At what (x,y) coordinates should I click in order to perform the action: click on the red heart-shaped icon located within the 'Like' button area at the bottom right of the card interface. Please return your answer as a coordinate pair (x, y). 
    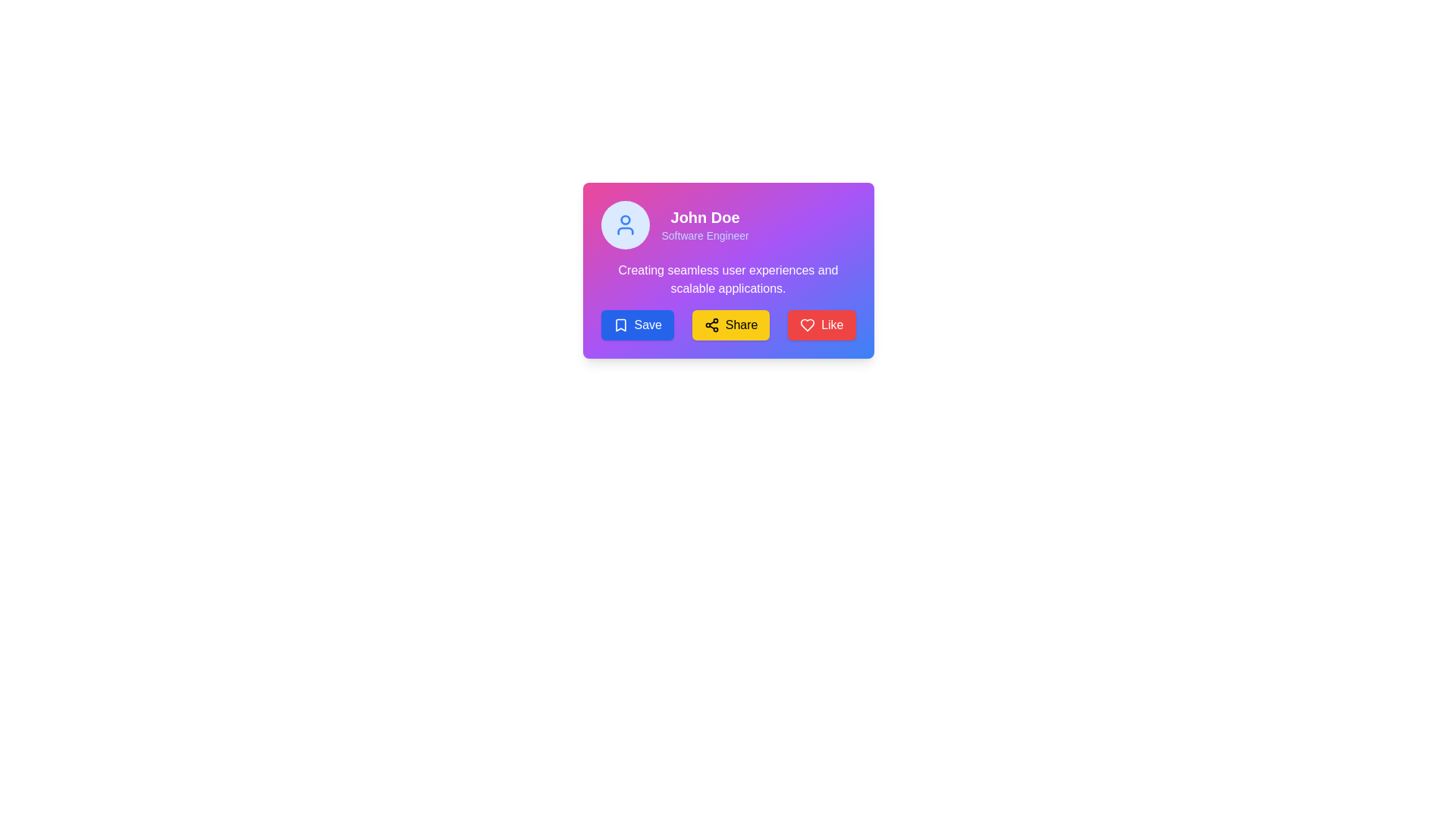
    Looking at the image, I should click on (807, 324).